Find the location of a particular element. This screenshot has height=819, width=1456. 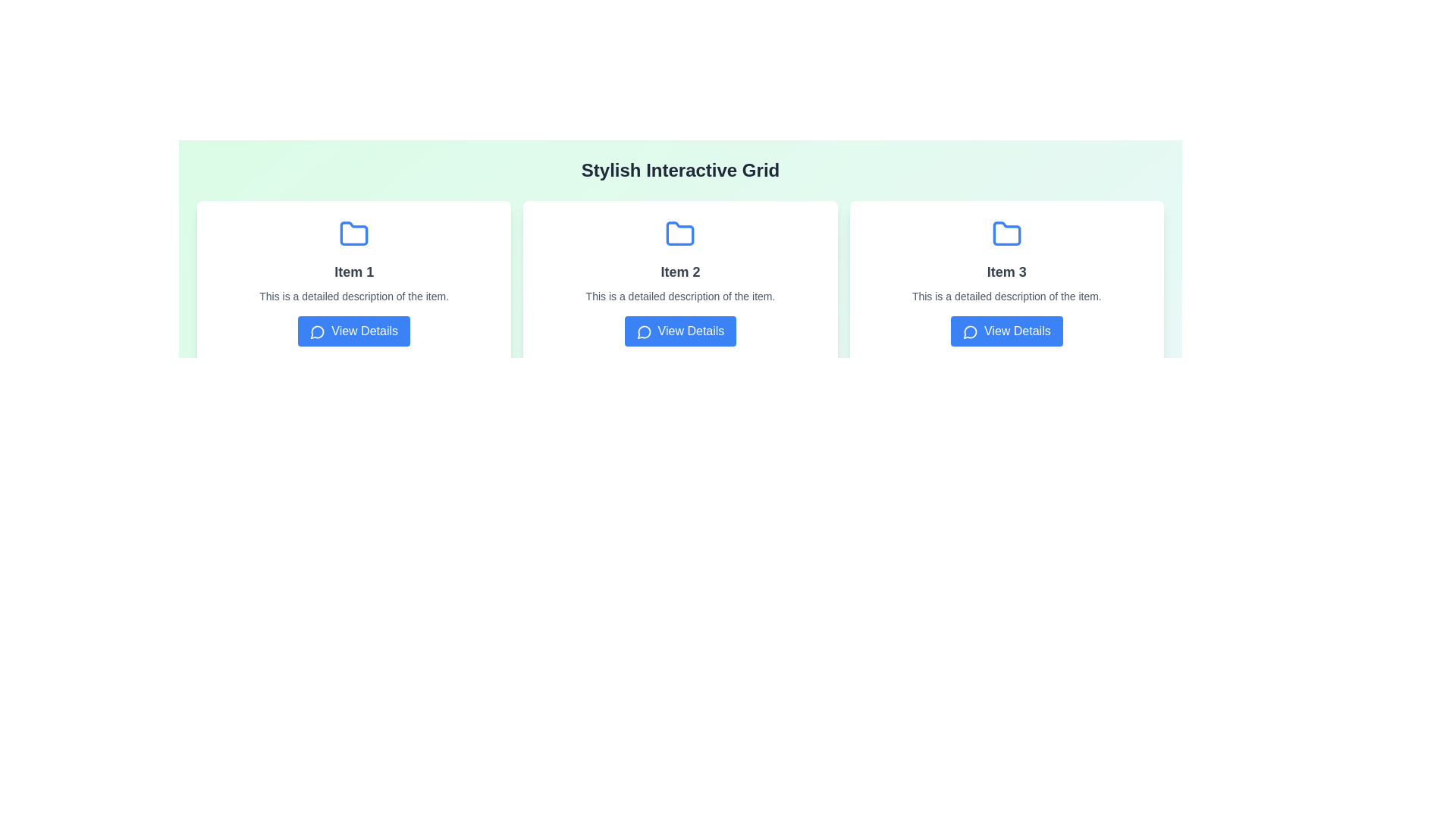

the Text Label that indicates the content for 'Item 3' in the third column of a three-column grid layout is located at coordinates (1006, 271).